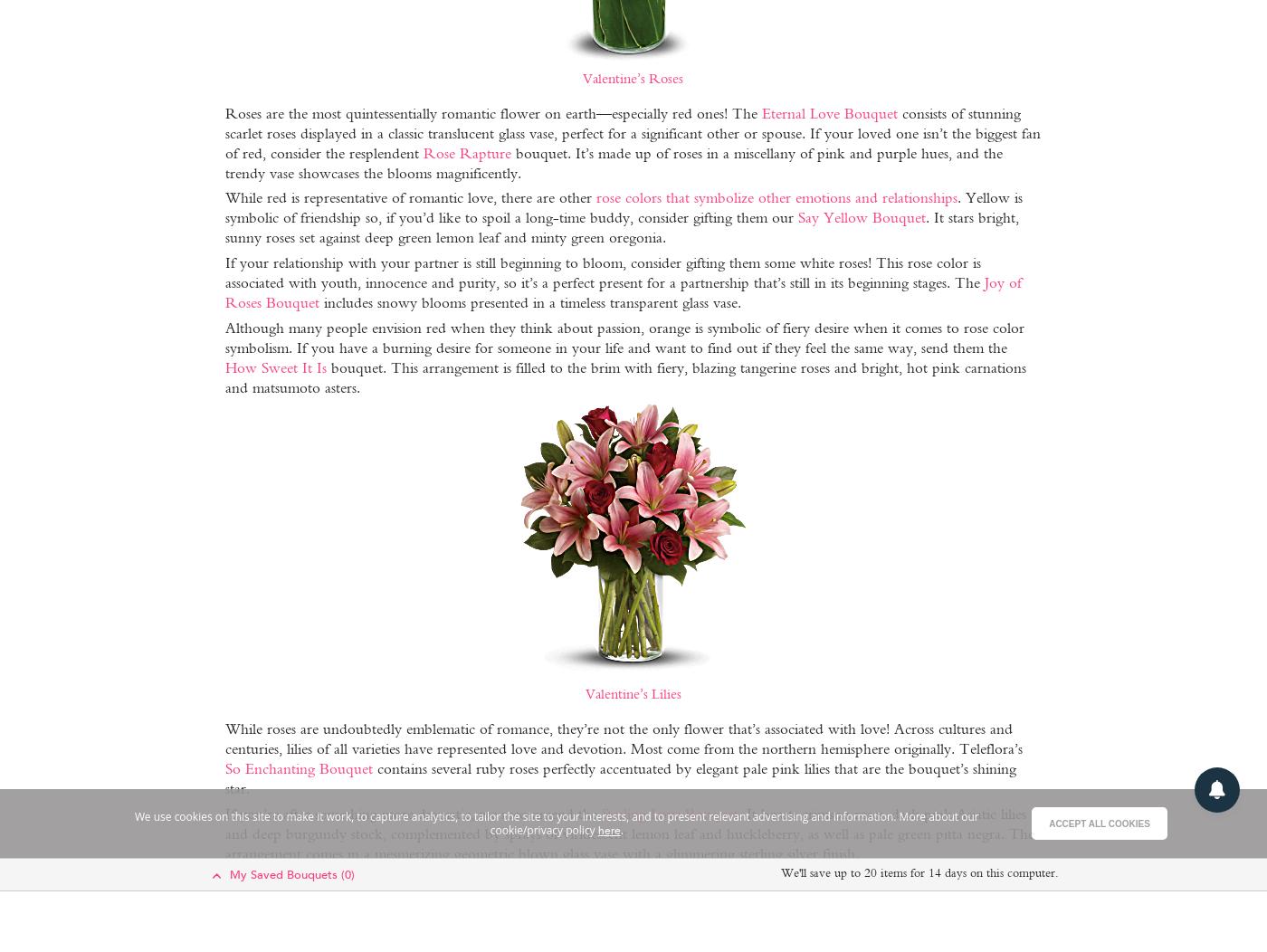 Image resolution: width=1267 pixels, height=952 pixels. What do you see at coordinates (298, 767) in the screenshot?
I see `'So Enchanting Bouquet'` at bounding box center [298, 767].